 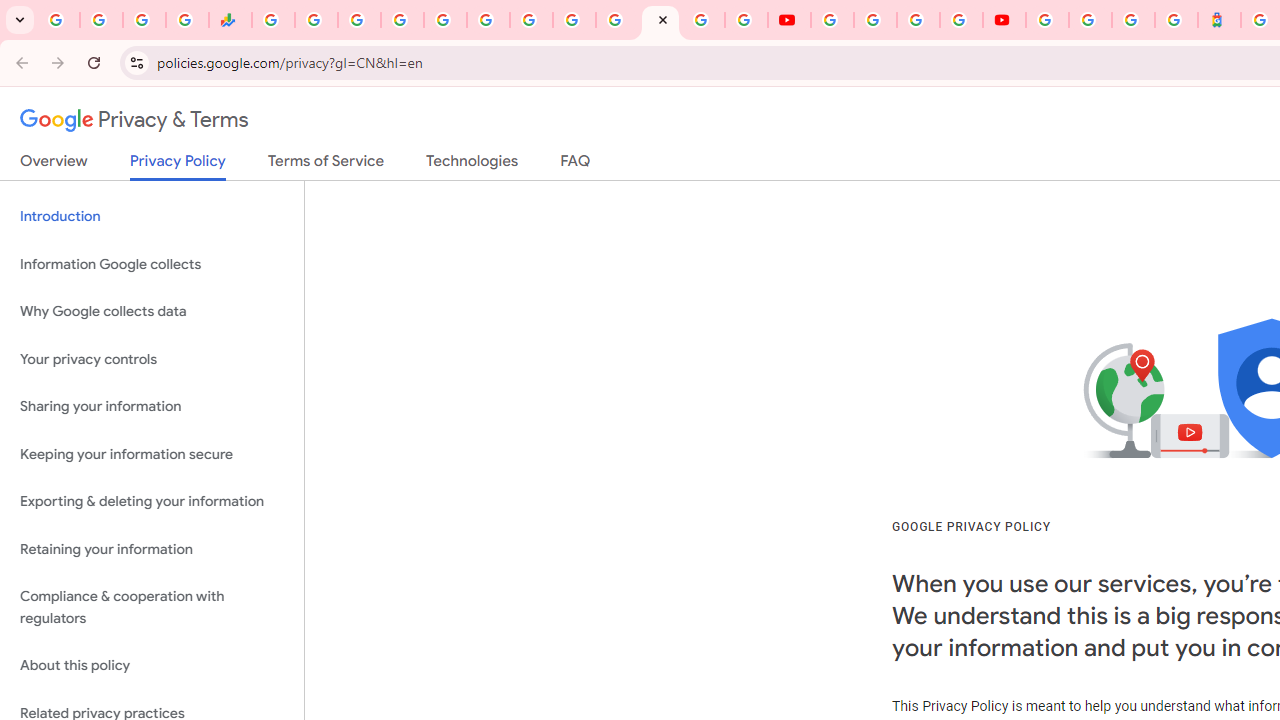 What do you see at coordinates (1218, 20) in the screenshot?
I see `'Atour Hotel - Google hotels'` at bounding box center [1218, 20].